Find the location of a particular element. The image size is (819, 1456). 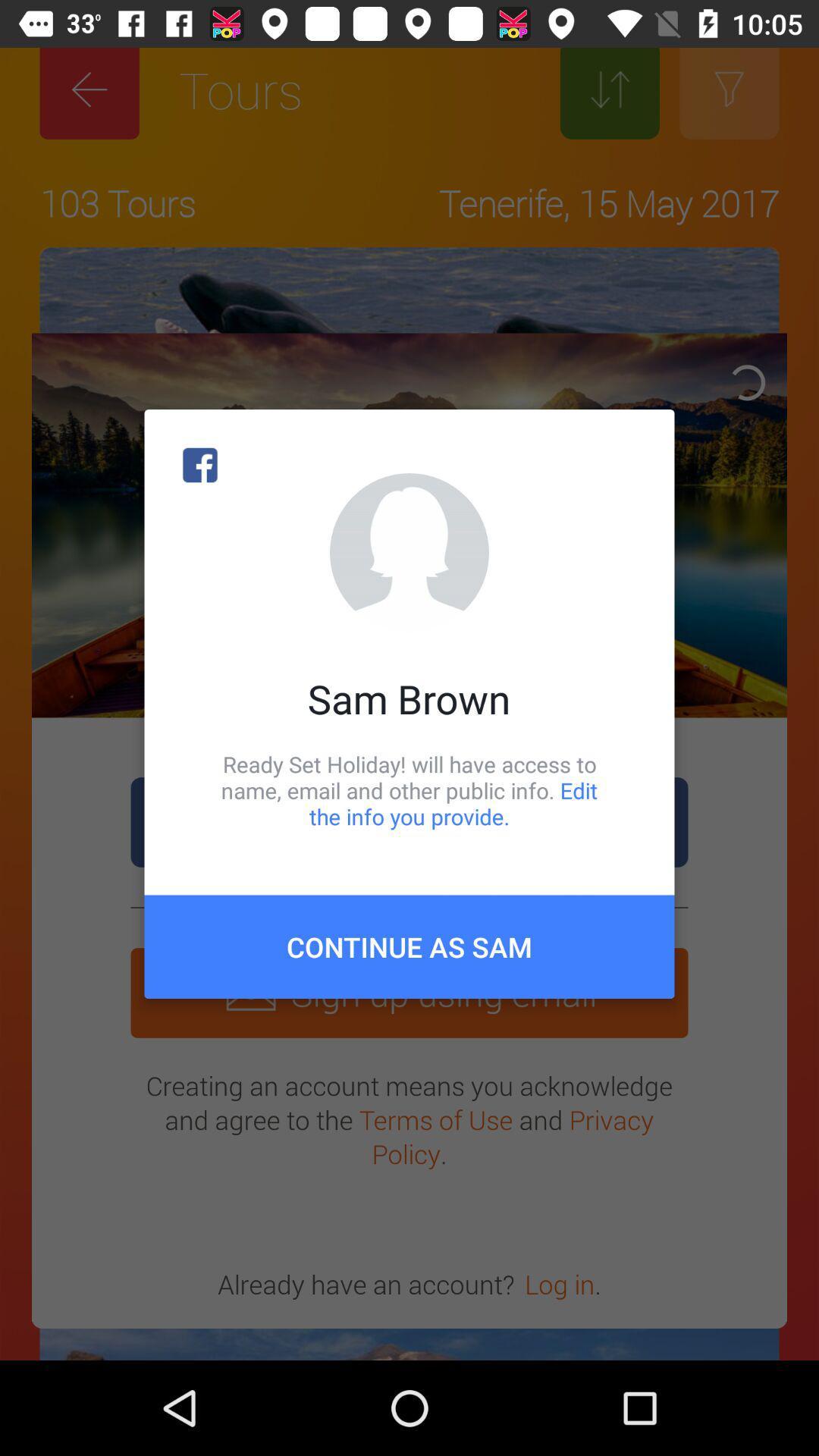

the item below the ready set holiday item is located at coordinates (409, 946).